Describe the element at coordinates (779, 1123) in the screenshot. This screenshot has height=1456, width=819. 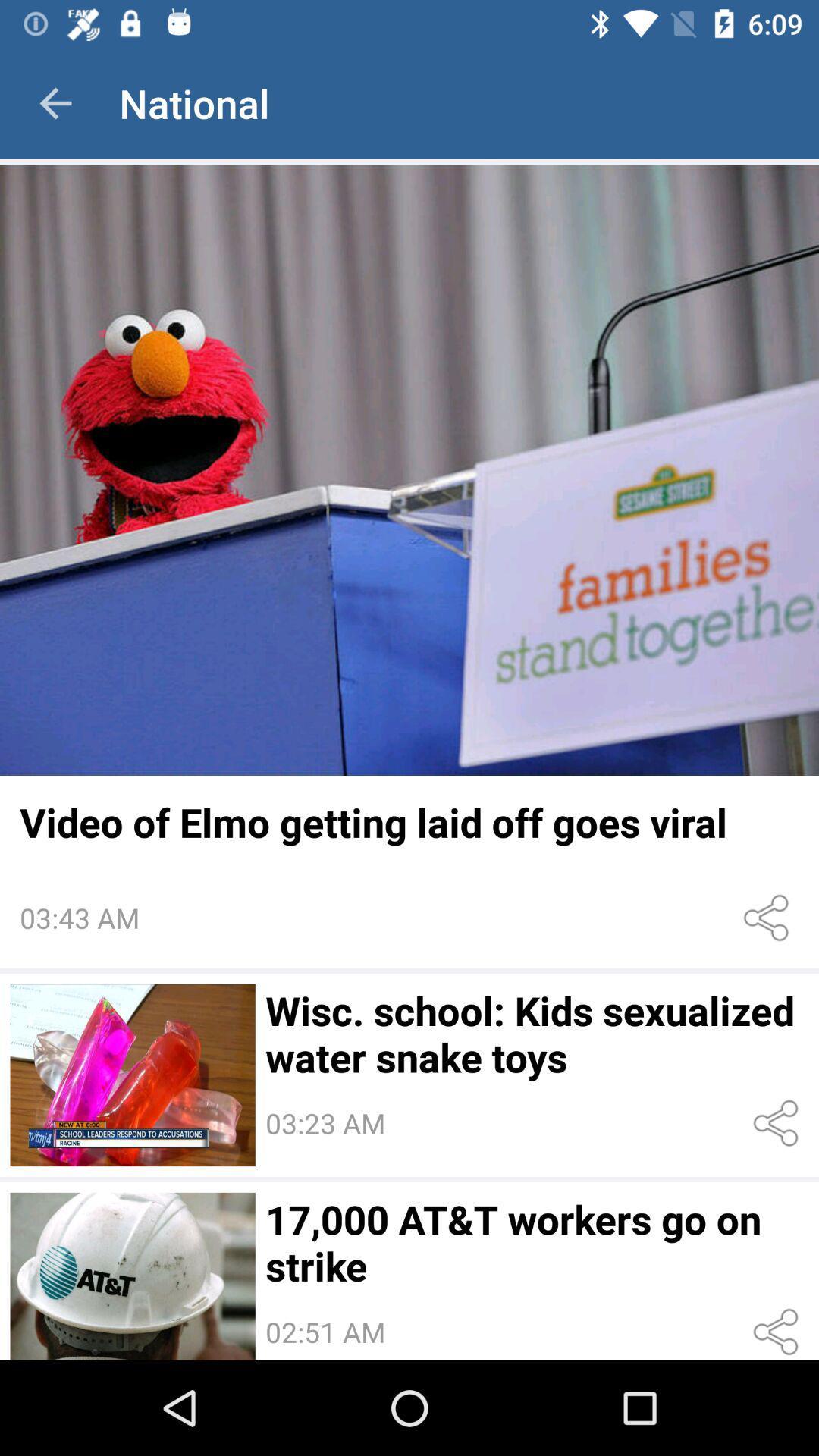
I see `share the article` at that location.